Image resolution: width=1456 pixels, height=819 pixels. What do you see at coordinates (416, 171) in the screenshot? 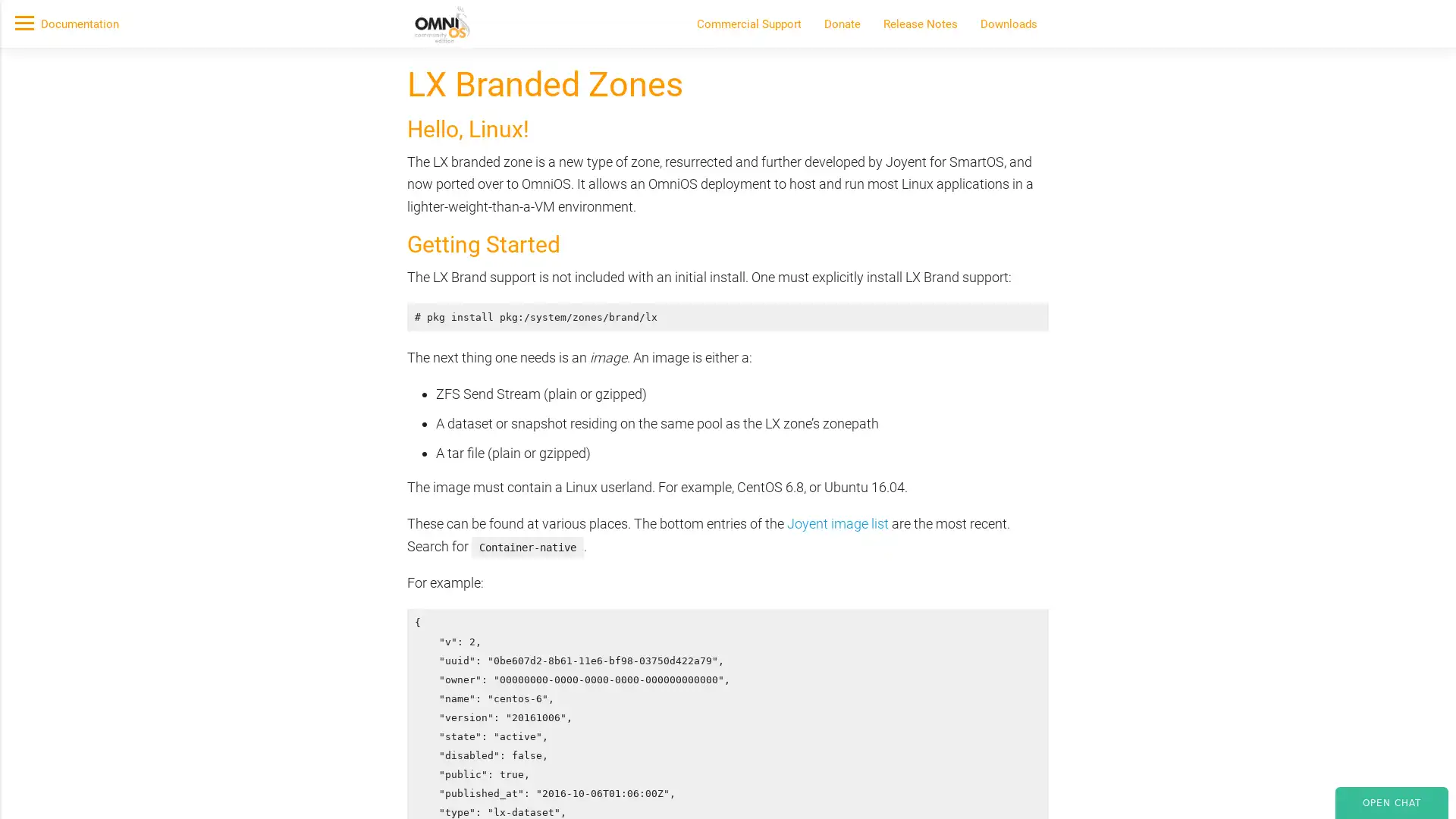
I see `SUBSCRIBE NOW!` at bounding box center [416, 171].